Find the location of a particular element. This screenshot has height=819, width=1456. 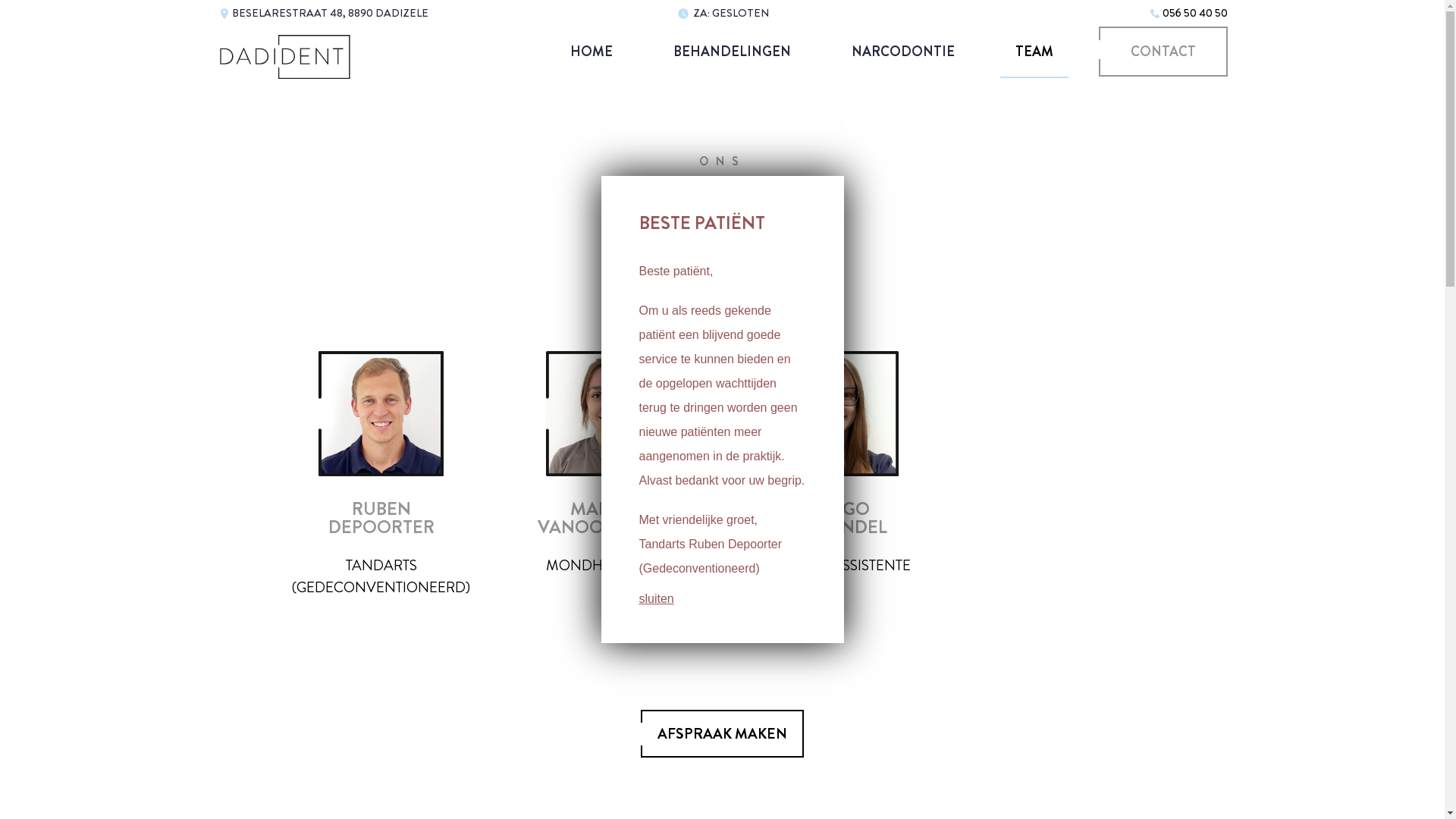

'TEAM' is located at coordinates (1033, 52).